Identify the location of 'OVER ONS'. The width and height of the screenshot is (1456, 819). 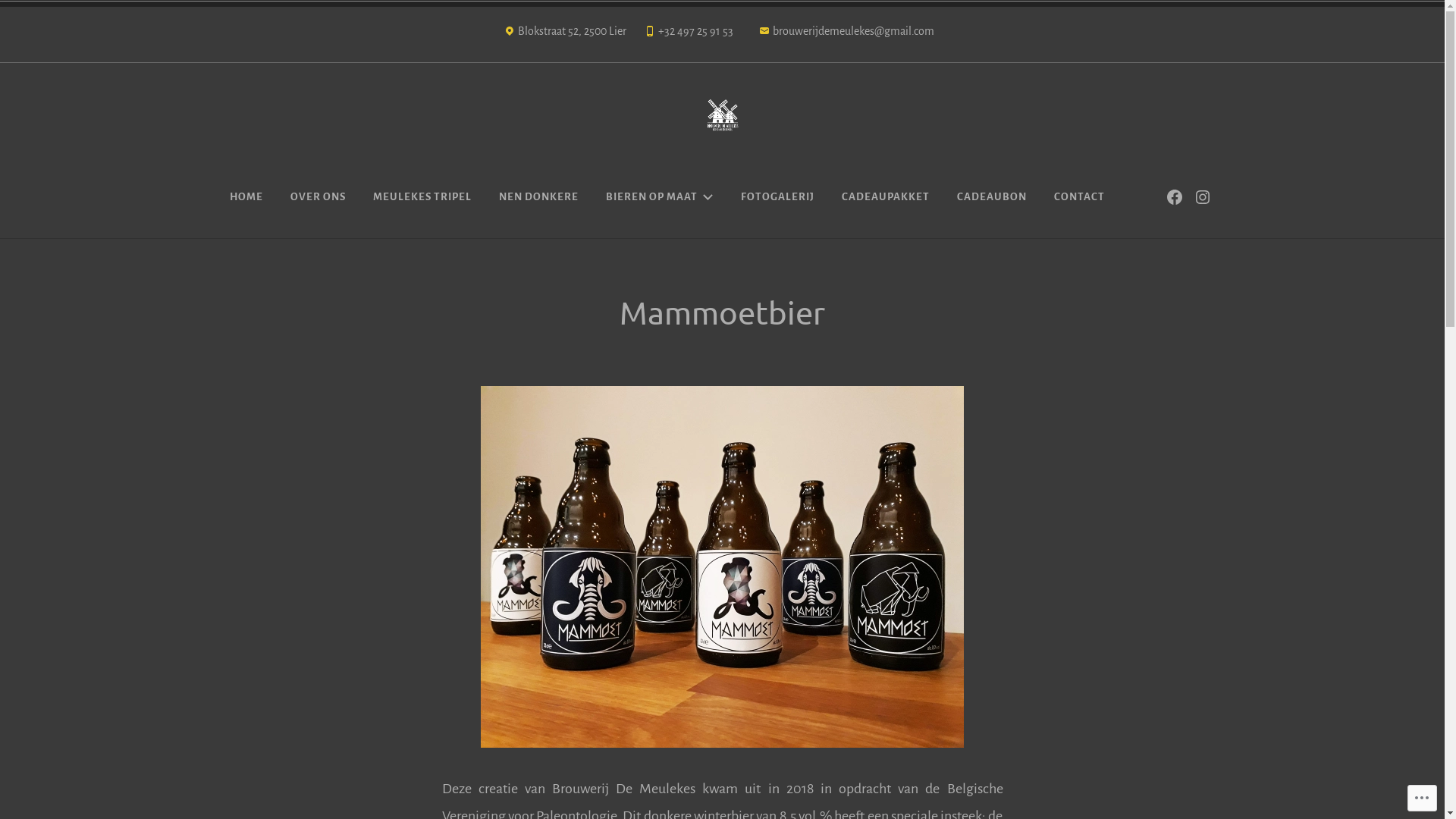
(317, 196).